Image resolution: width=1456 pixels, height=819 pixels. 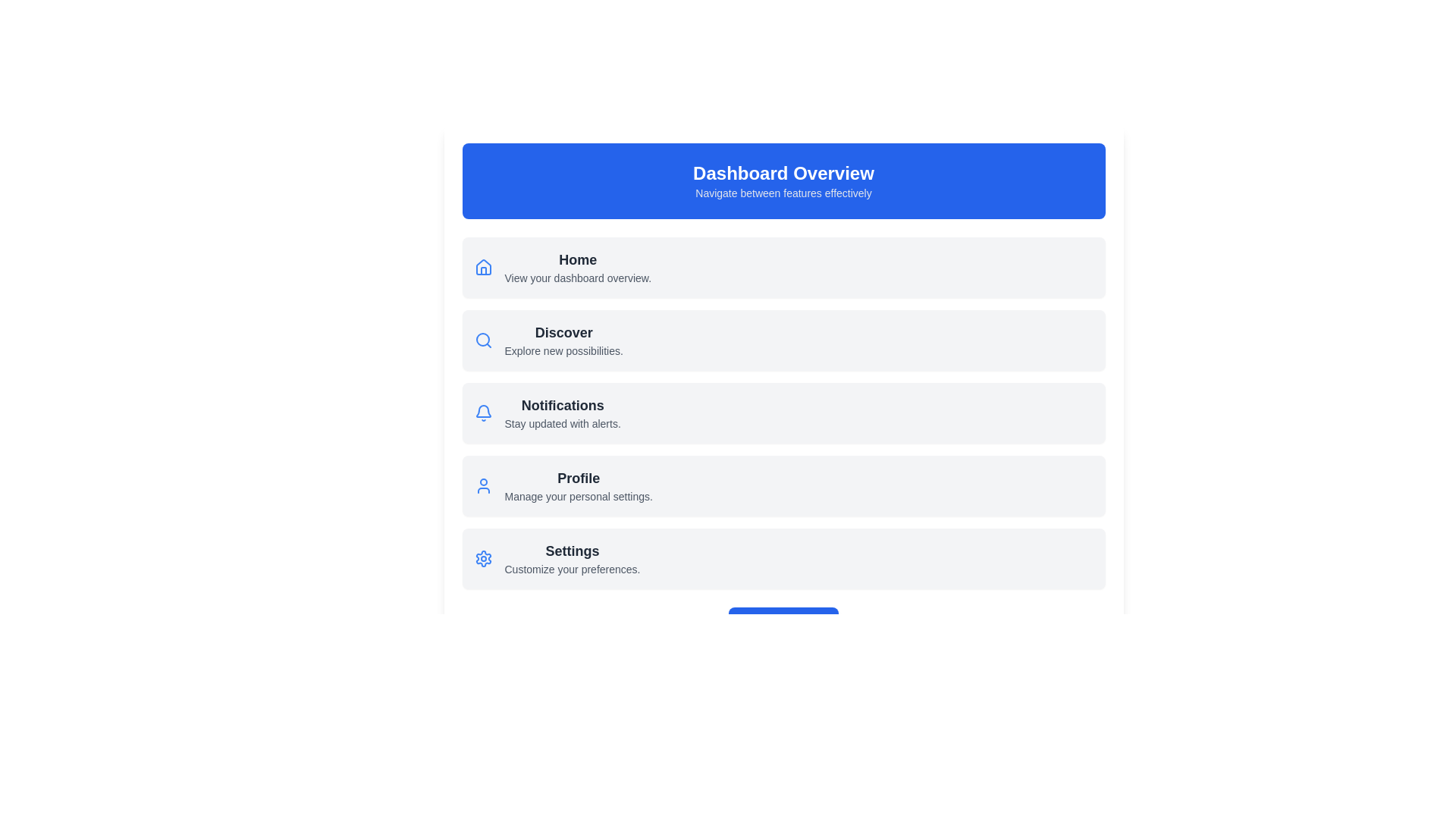 What do you see at coordinates (571, 551) in the screenshot?
I see `the 'Settings' section heading, which is displayed in bold dark gray typography and positioned above the subheading 'Customize your preferences.'` at bounding box center [571, 551].